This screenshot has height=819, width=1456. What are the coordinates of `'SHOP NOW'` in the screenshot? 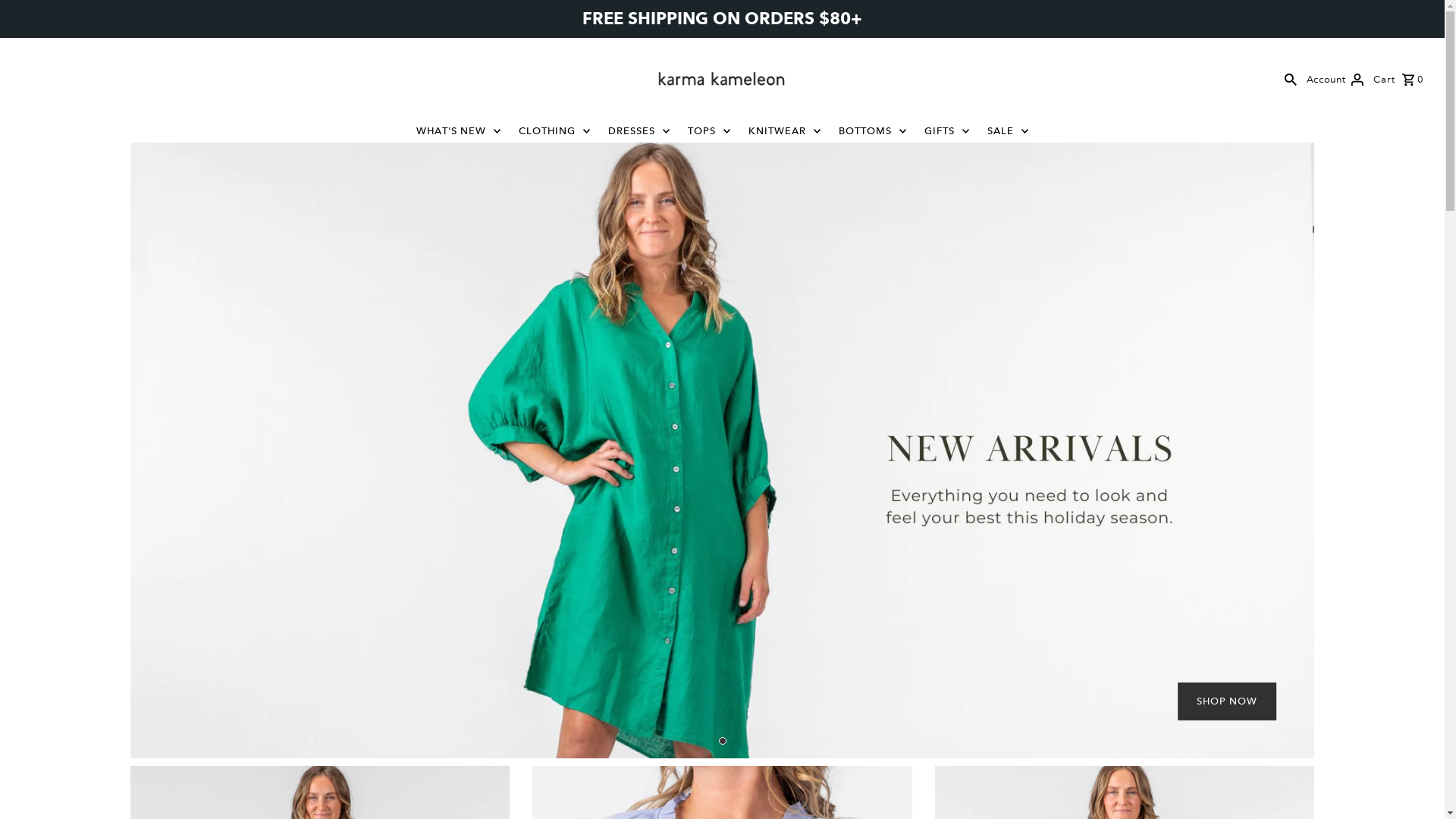 It's located at (1226, 701).